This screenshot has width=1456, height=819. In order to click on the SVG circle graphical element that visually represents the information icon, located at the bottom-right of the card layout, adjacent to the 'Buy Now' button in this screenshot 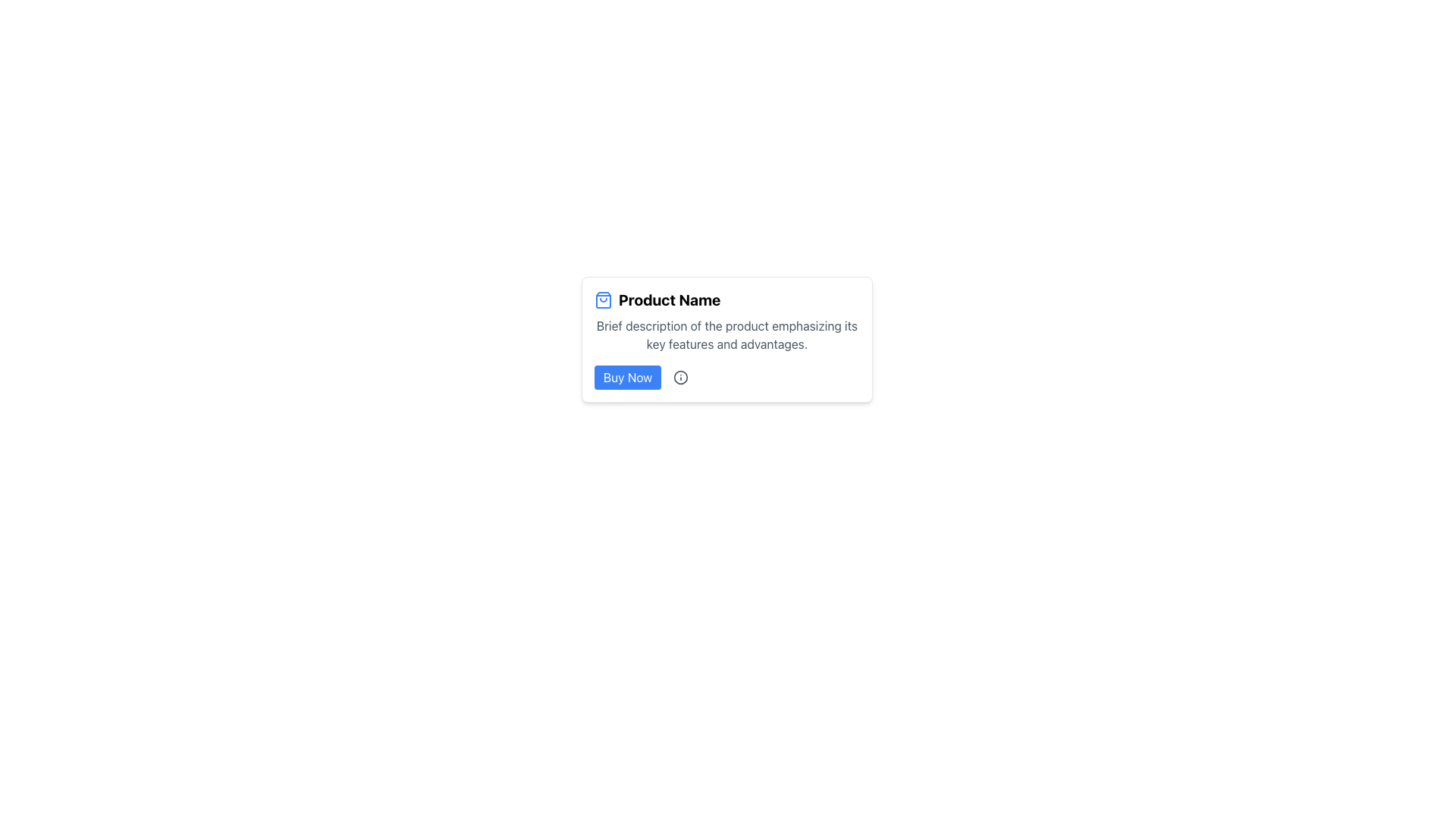, I will do `click(680, 376)`.